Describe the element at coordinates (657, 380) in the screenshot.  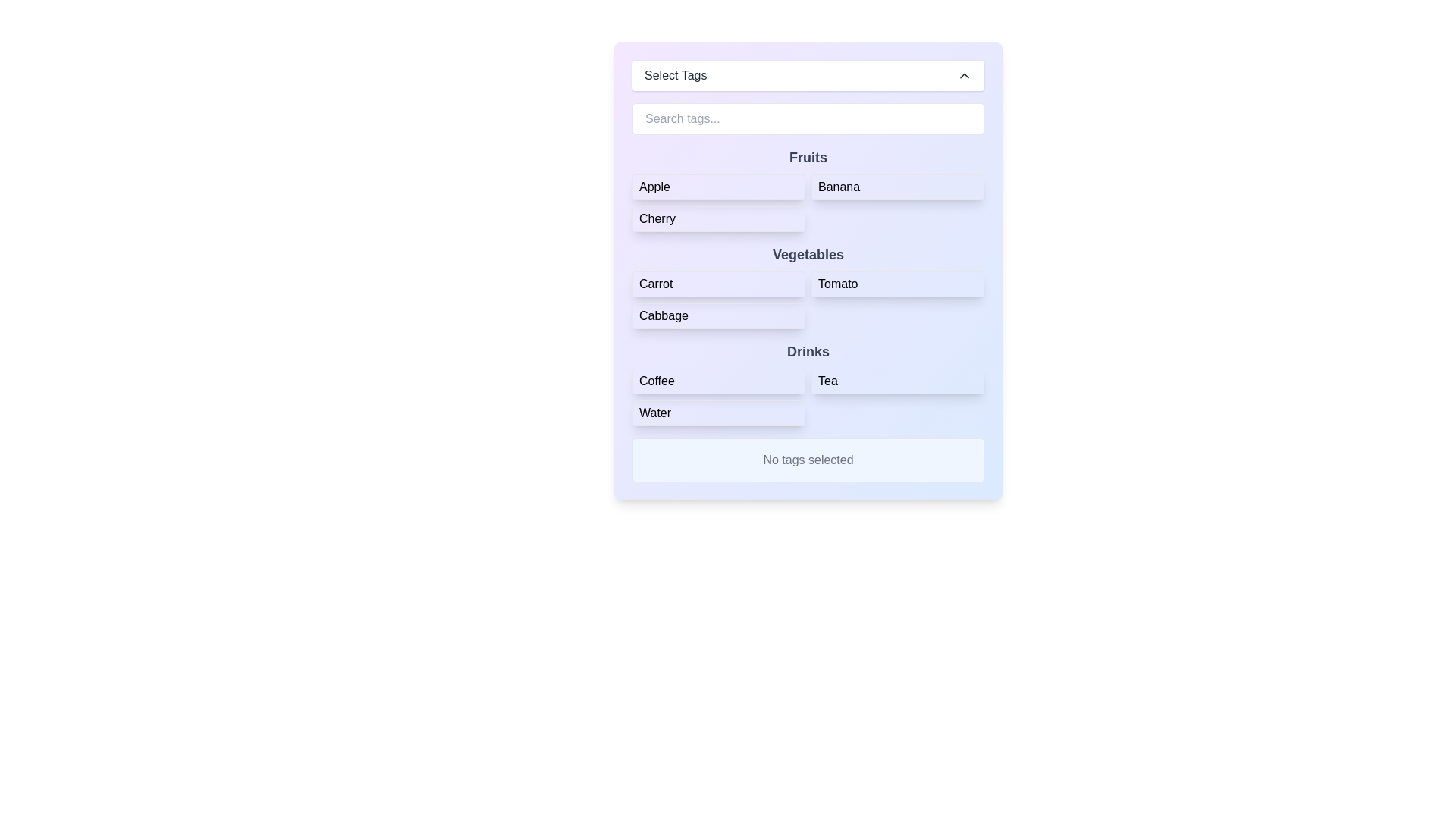
I see `the 'Coffee' text label in the 'Drinks' section, which is the first item in the row alongside 'Tea' and 'Water'` at that location.